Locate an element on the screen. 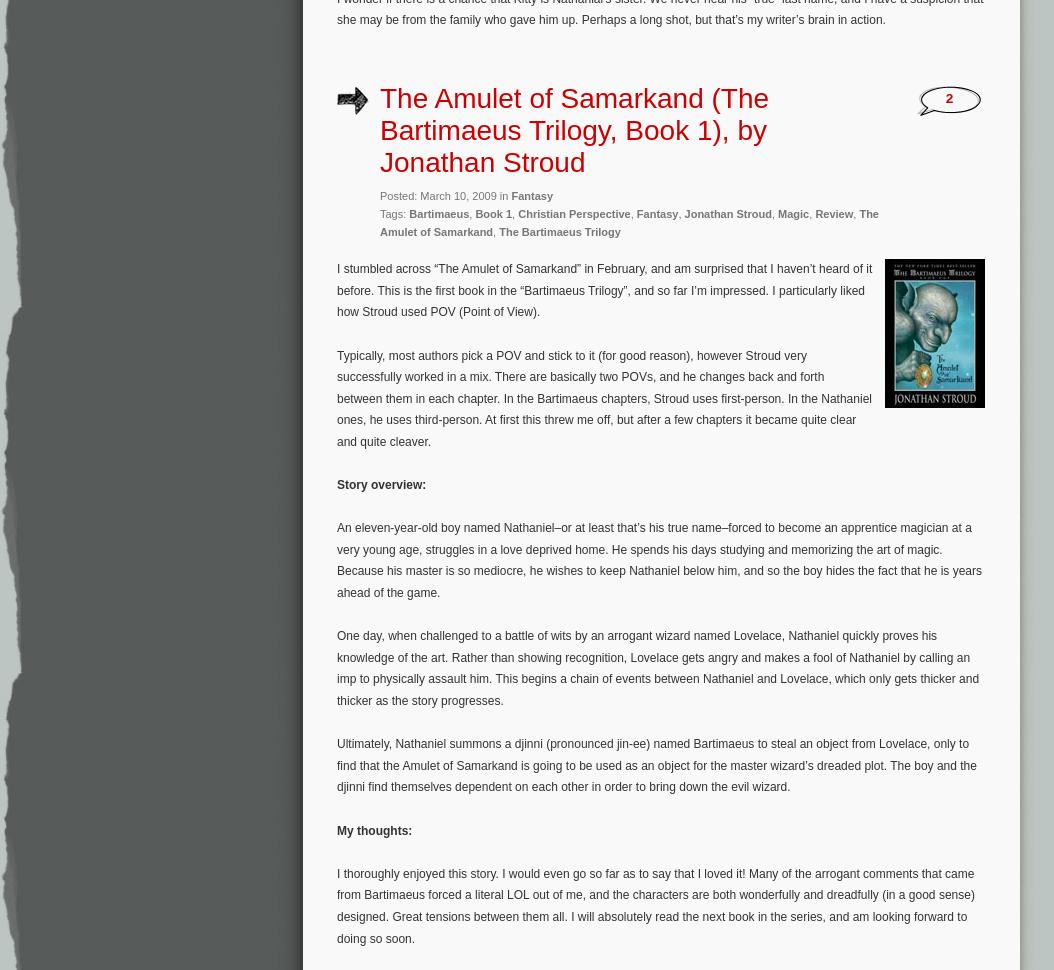 Image resolution: width=1054 pixels, height=970 pixels. 'My thoughts:' is located at coordinates (336, 829).